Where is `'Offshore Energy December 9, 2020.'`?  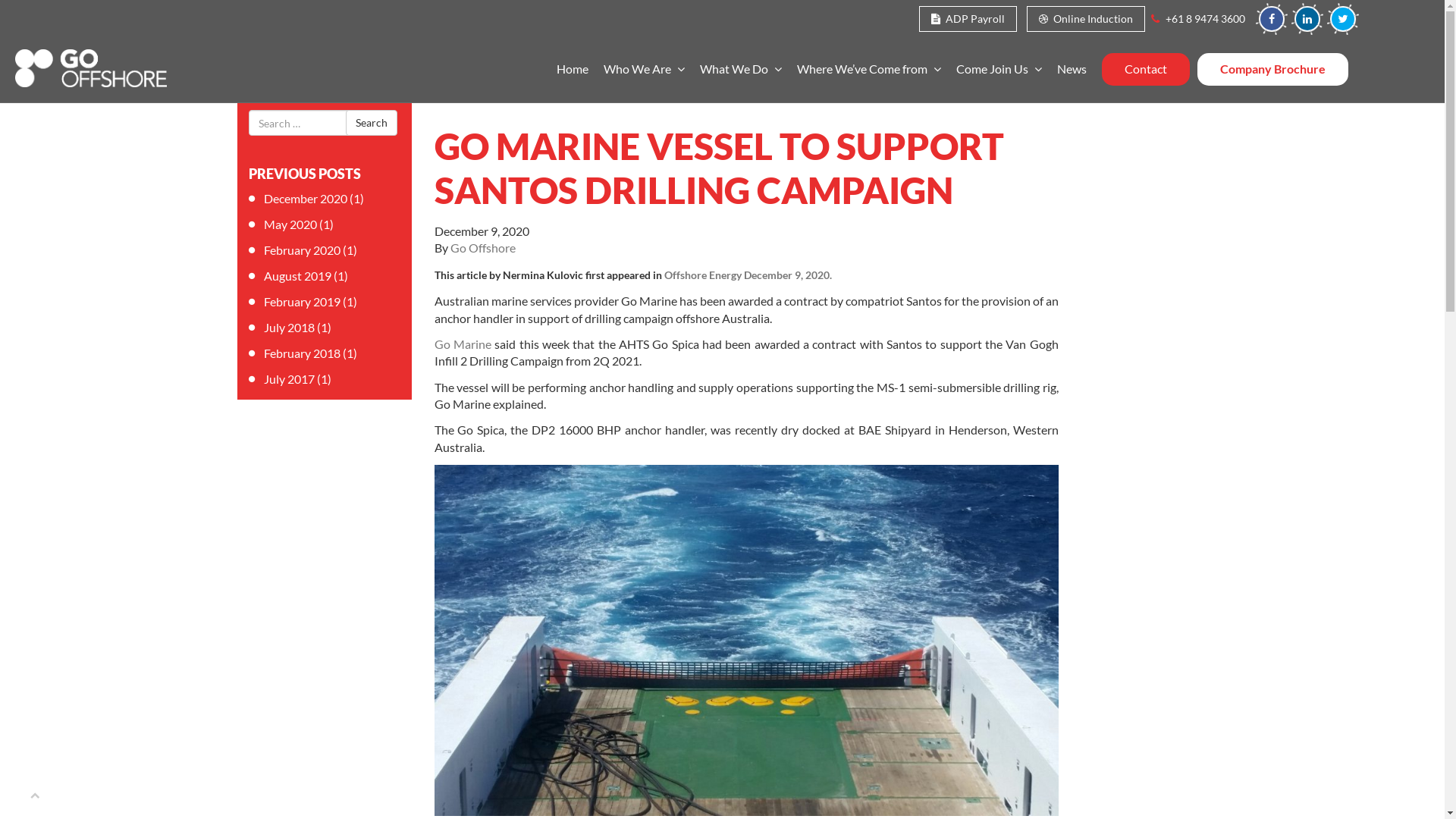
'Offshore Energy December 9, 2020.' is located at coordinates (748, 275).